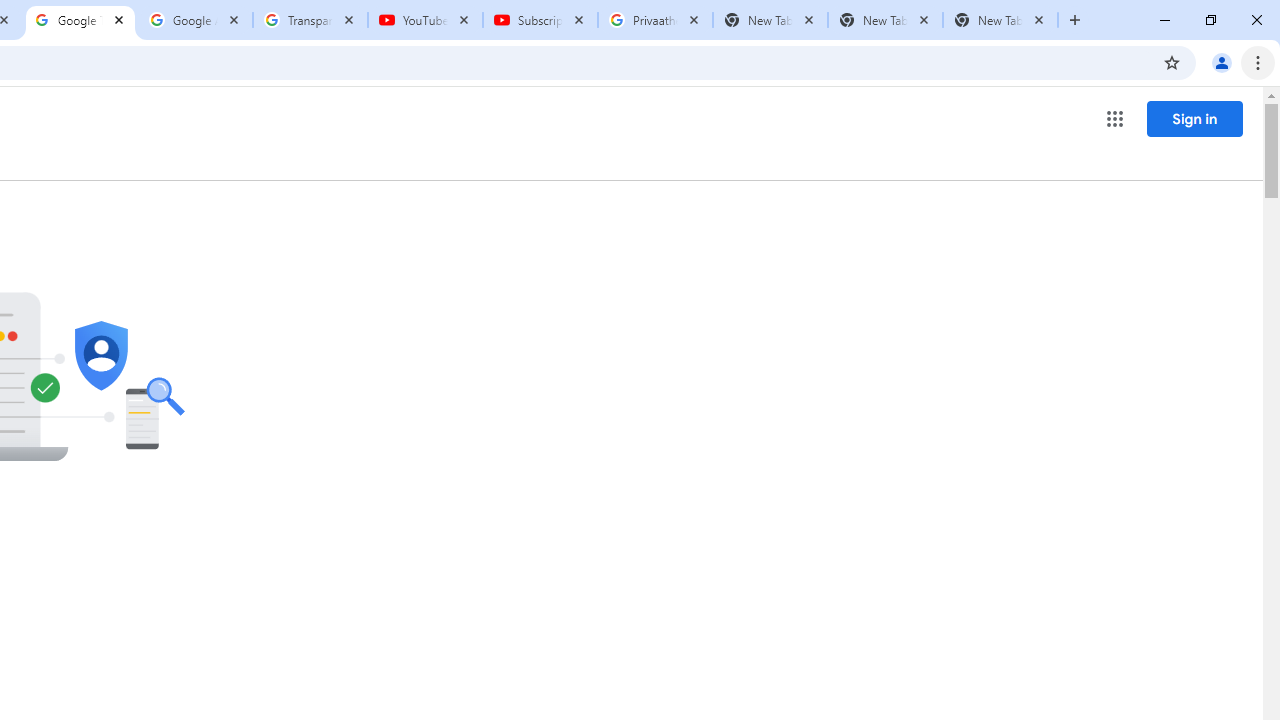 The image size is (1280, 720). What do you see at coordinates (423, 20) in the screenshot?
I see `'YouTube'` at bounding box center [423, 20].